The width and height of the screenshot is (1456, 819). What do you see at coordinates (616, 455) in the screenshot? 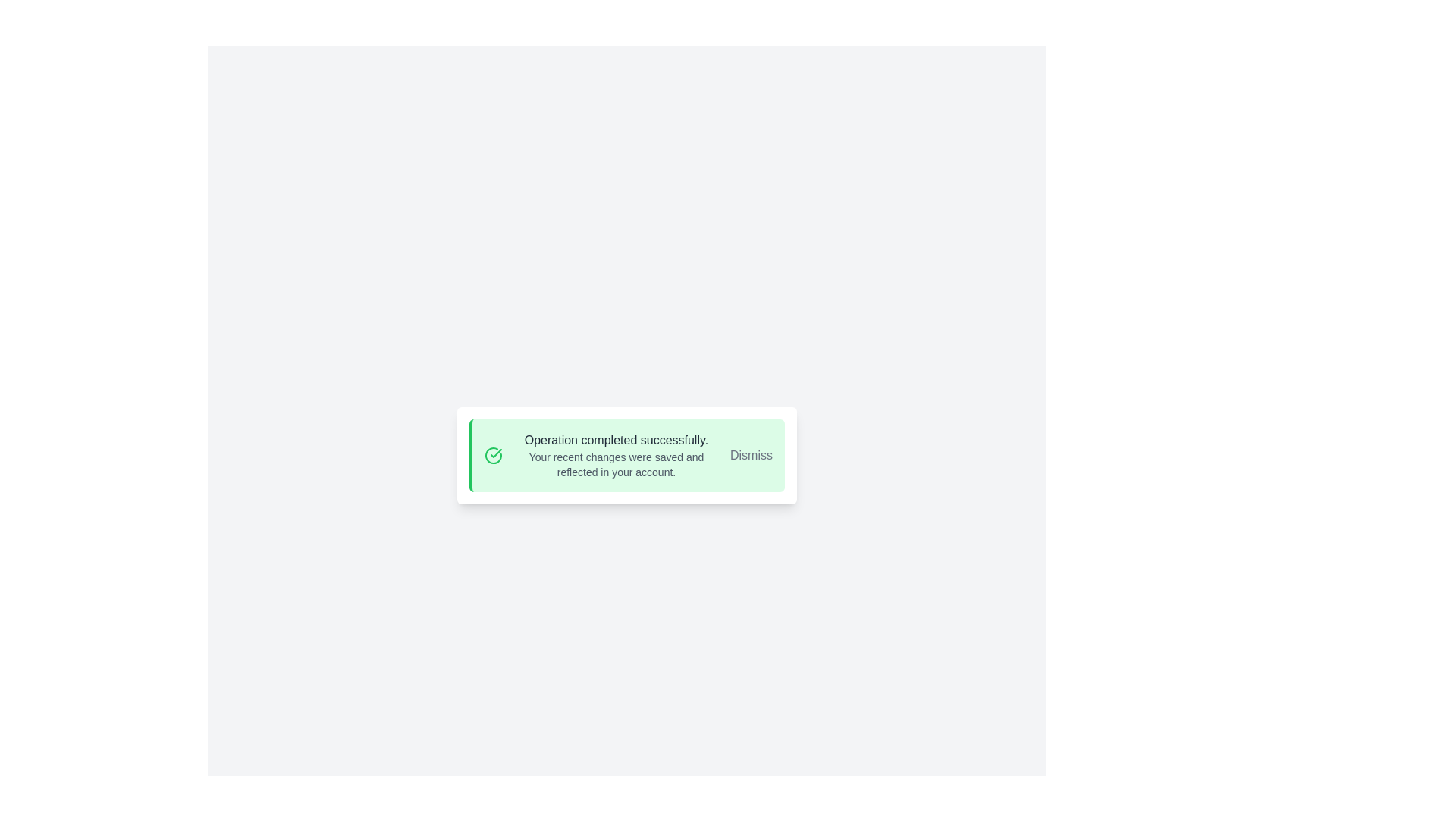
I see `the text label within the notification card that states 'Operation completed successfully.' and provides additional details about changes saved in the account` at bounding box center [616, 455].